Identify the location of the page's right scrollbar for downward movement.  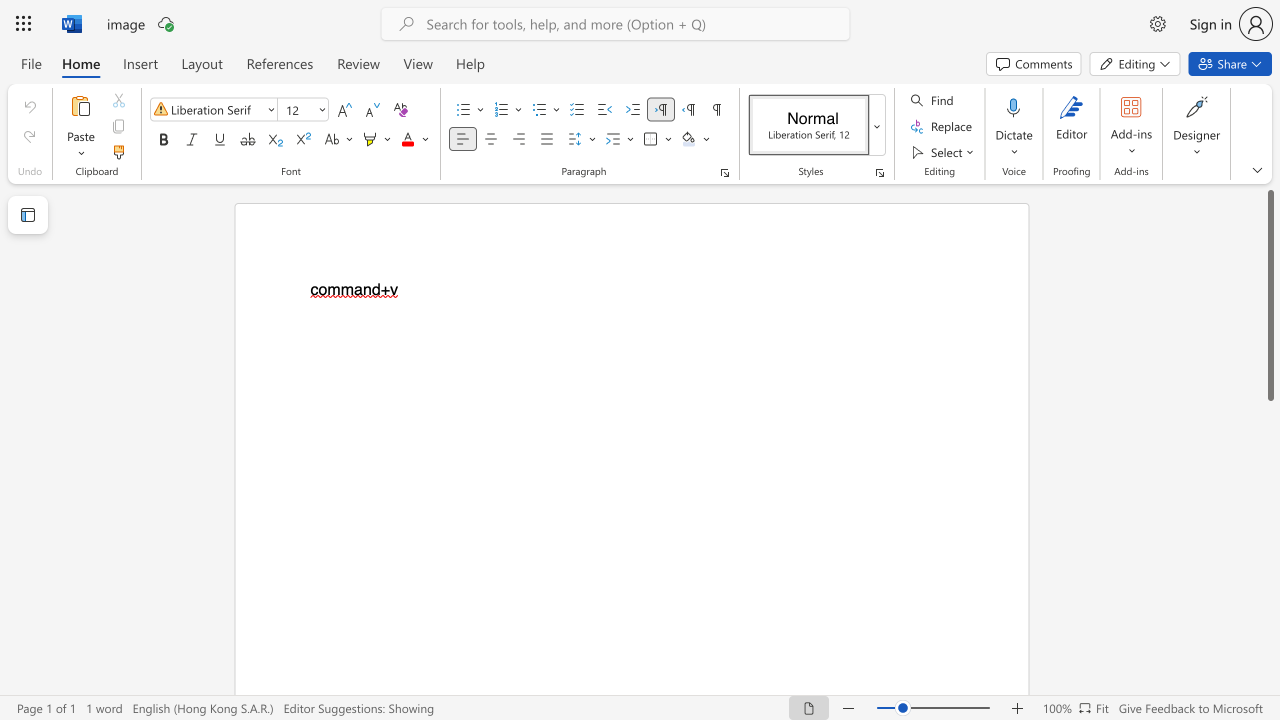
(1269, 660).